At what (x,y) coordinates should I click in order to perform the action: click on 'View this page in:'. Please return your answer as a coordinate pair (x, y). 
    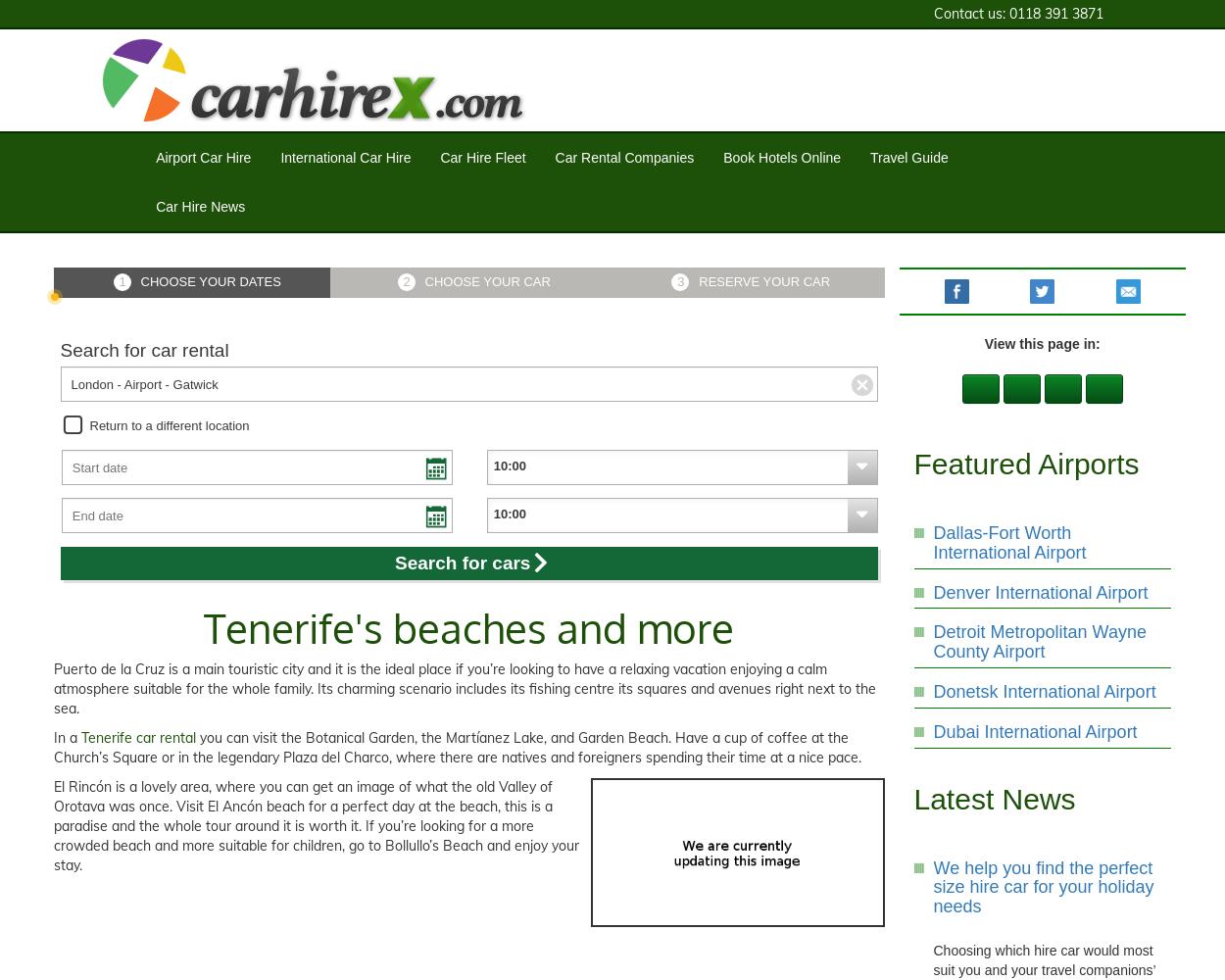
    Looking at the image, I should click on (1041, 342).